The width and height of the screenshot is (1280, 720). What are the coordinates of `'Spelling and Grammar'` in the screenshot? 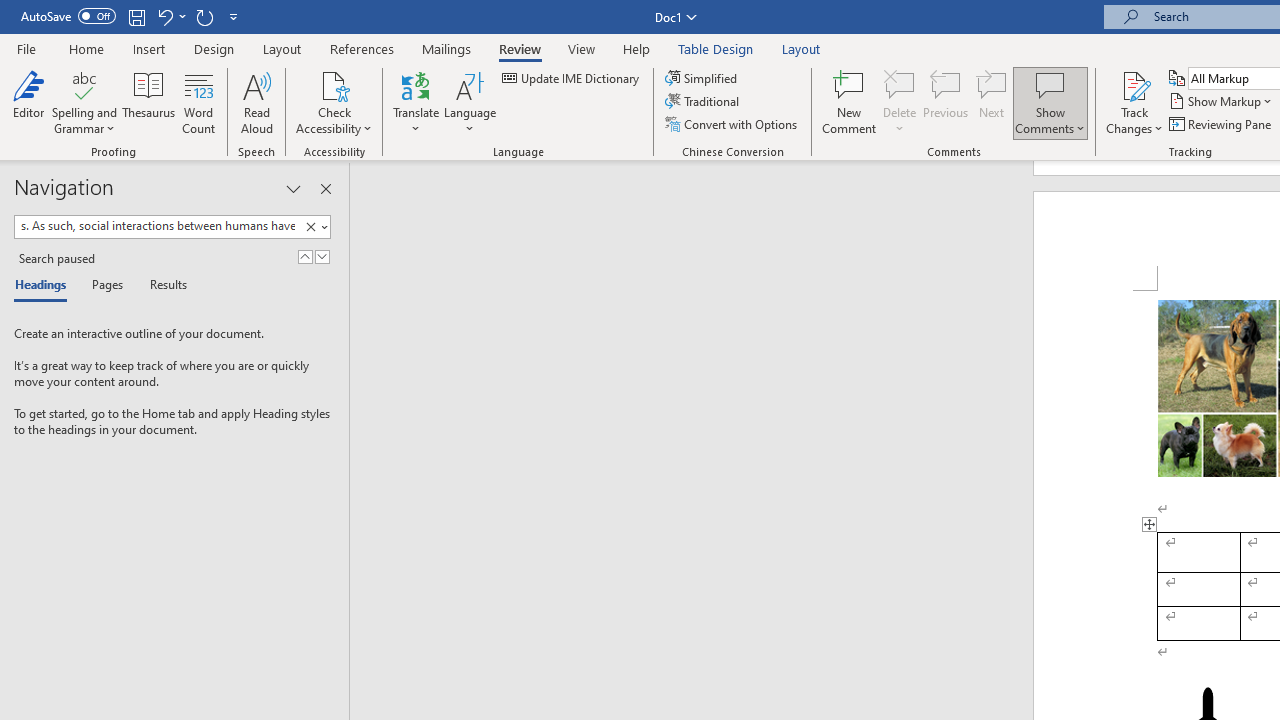 It's located at (84, 103).